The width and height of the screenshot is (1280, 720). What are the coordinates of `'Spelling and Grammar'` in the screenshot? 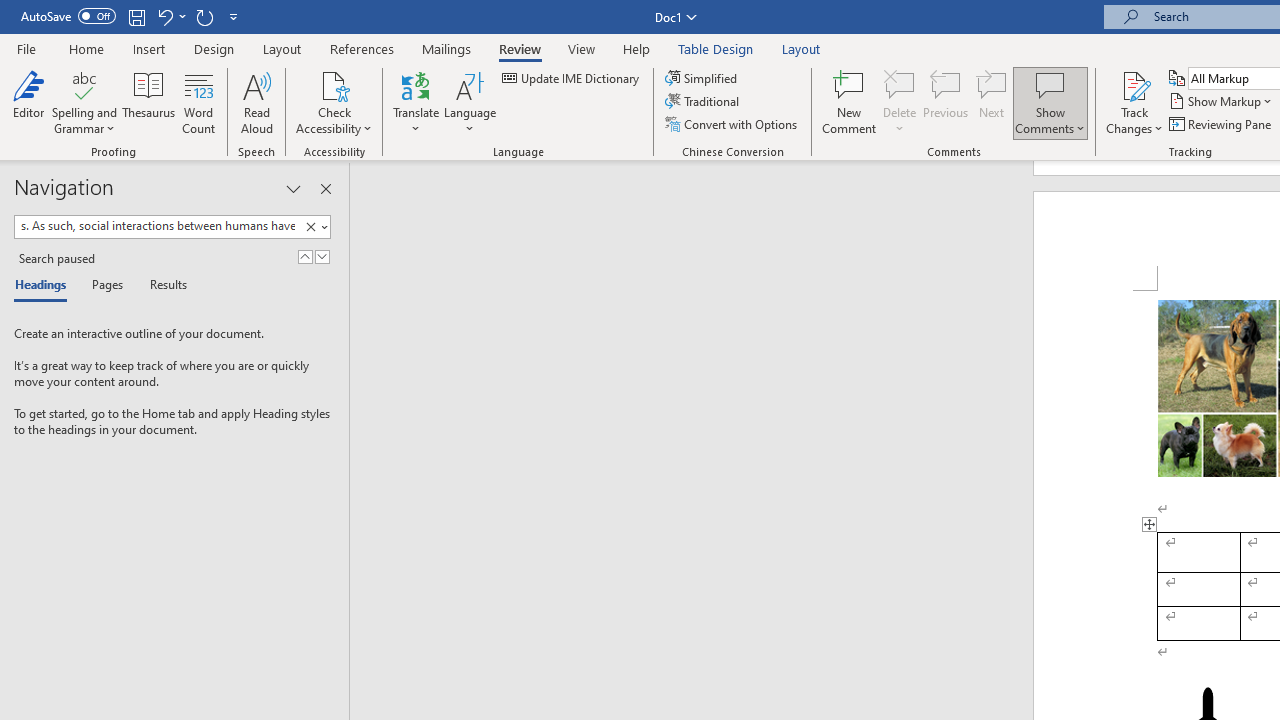 It's located at (84, 103).